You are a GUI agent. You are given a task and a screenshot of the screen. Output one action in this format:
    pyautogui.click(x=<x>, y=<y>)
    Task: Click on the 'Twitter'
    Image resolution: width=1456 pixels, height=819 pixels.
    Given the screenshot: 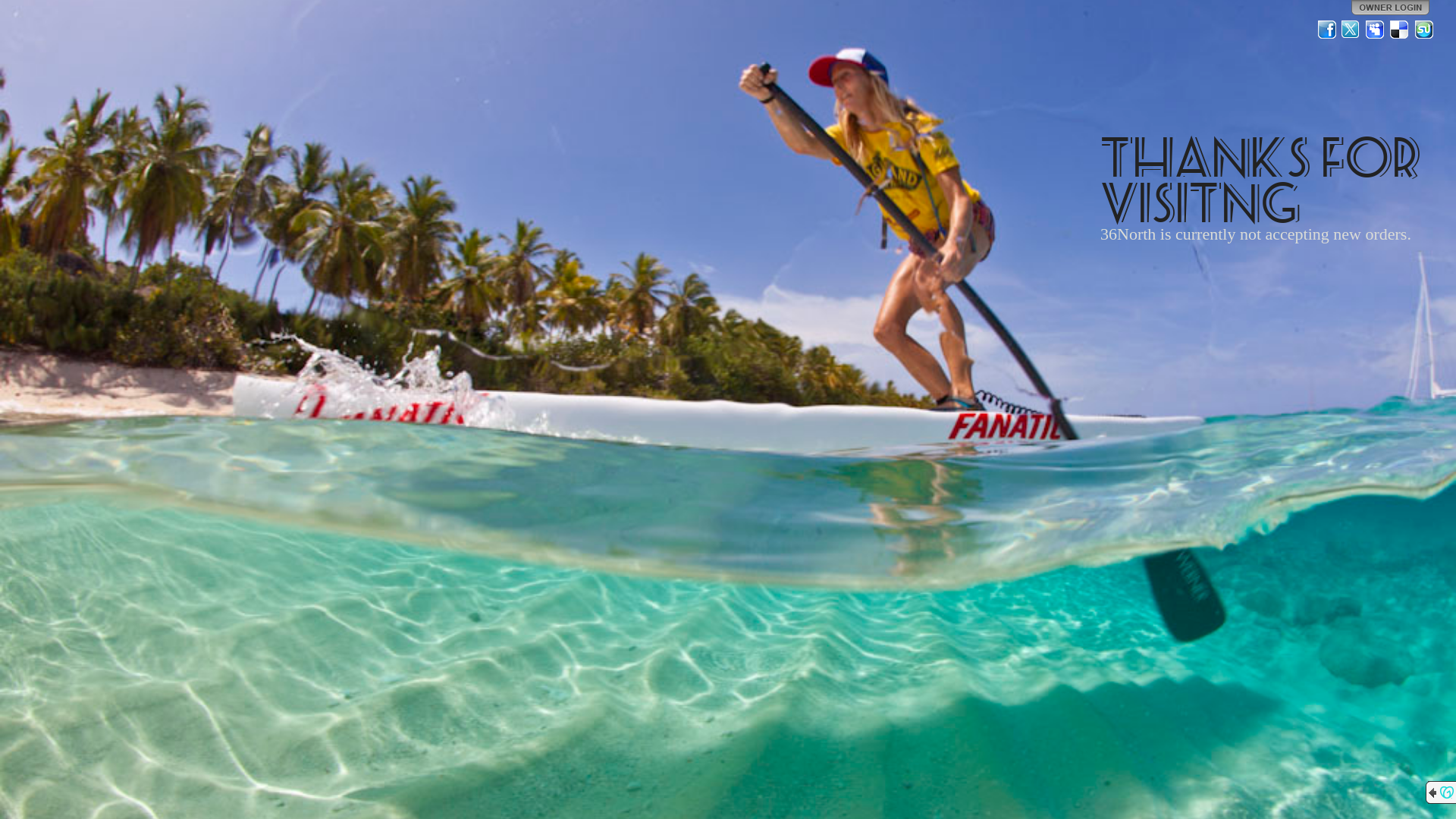 What is the action you would take?
    pyautogui.click(x=1351, y=29)
    